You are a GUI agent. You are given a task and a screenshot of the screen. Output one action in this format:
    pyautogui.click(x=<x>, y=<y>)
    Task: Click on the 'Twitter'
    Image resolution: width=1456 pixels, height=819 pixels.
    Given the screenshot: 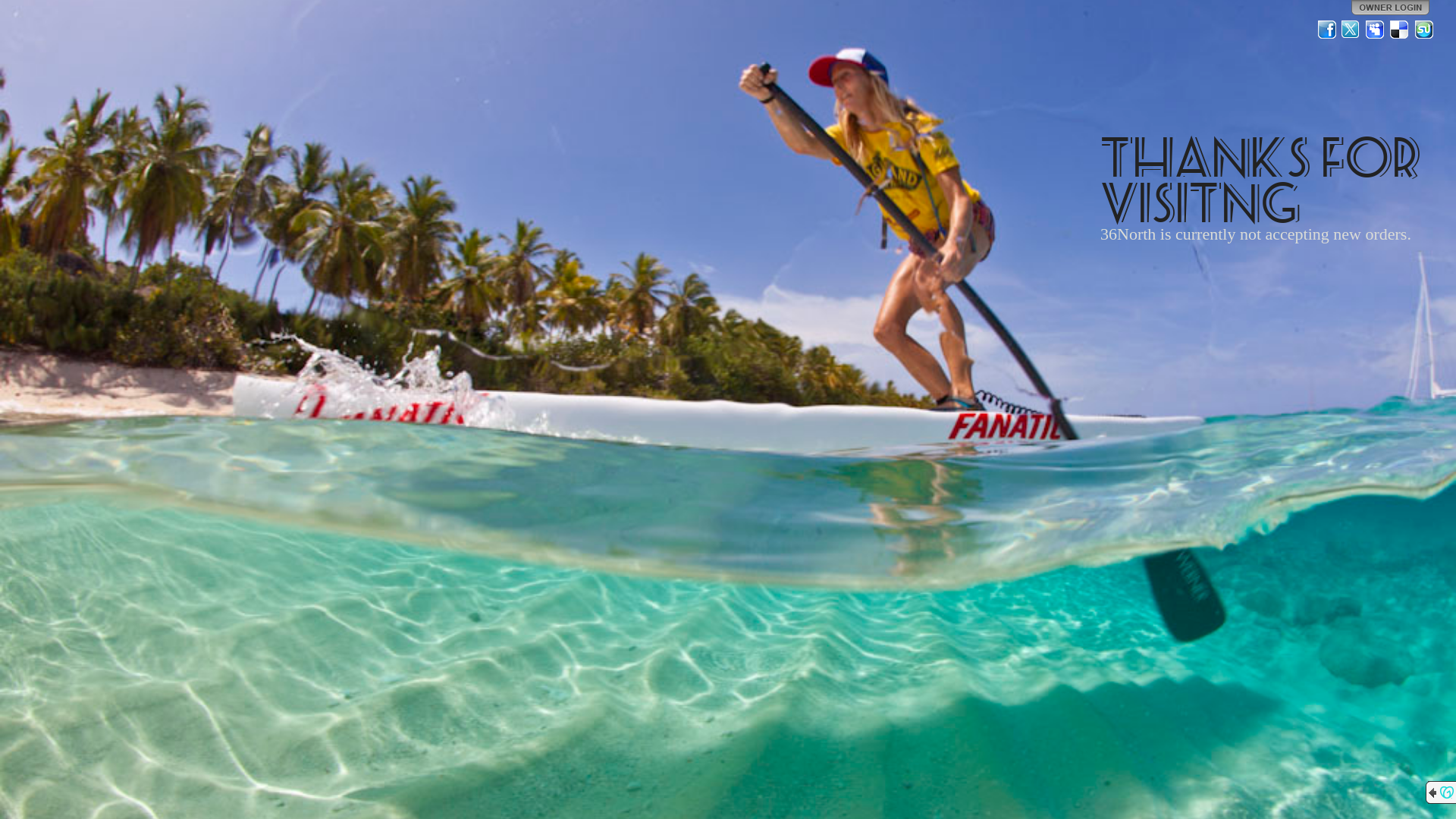 What is the action you would take?
    pyautogui.click(x=1351, y=29)
    